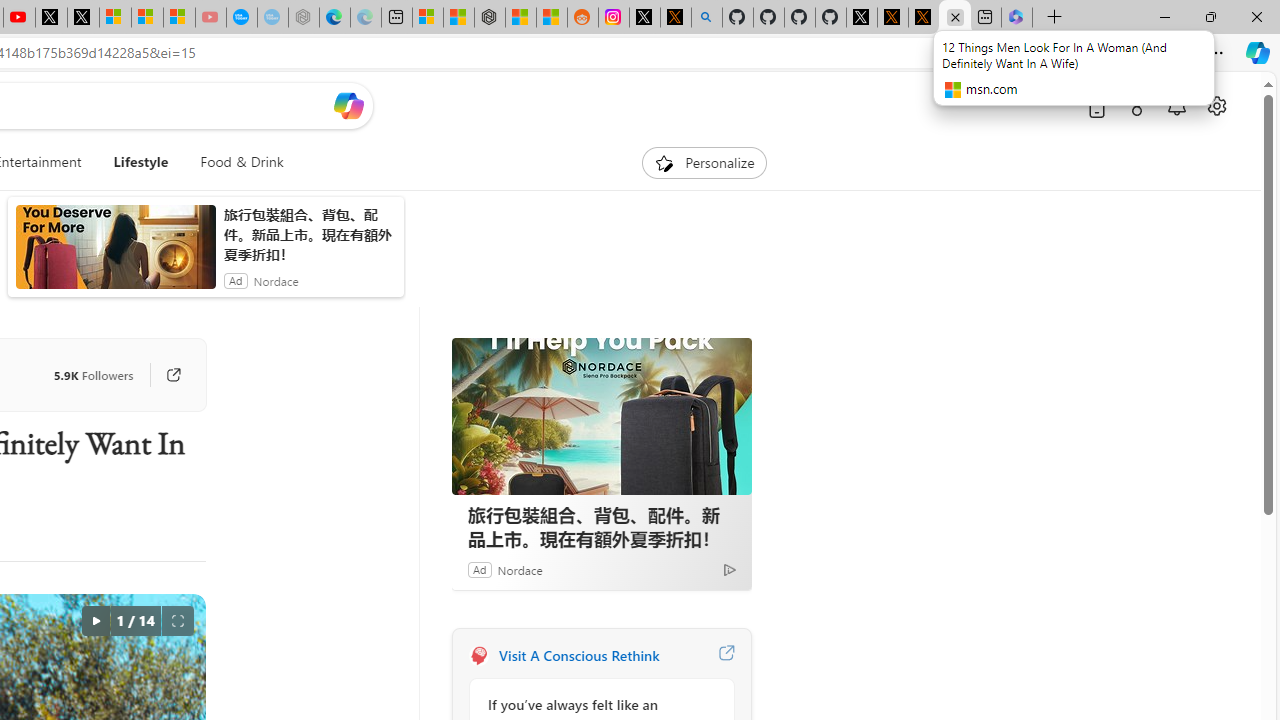 The height and width of the screenshot is (720, 1280). I want to click on 'Gloom - YouTube - Sleeping', so click(211, 17).